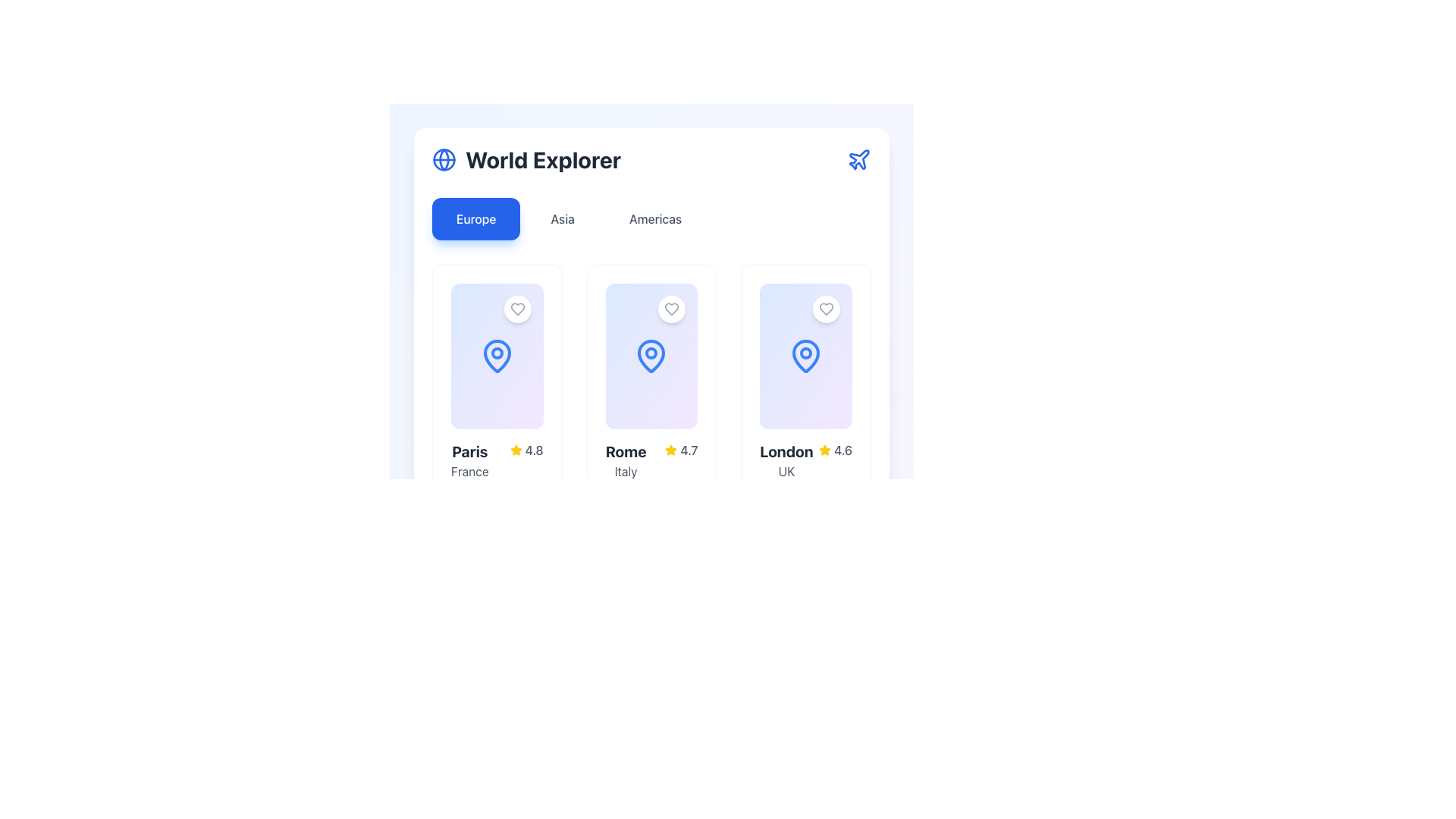 This screenshot has width=1456, height=819. Describe the element at coordinates (786, 470) in the screenshot. I see `the text label indicating the country for the city 'London', located in the third card under the 'Europe' tab` at that location.